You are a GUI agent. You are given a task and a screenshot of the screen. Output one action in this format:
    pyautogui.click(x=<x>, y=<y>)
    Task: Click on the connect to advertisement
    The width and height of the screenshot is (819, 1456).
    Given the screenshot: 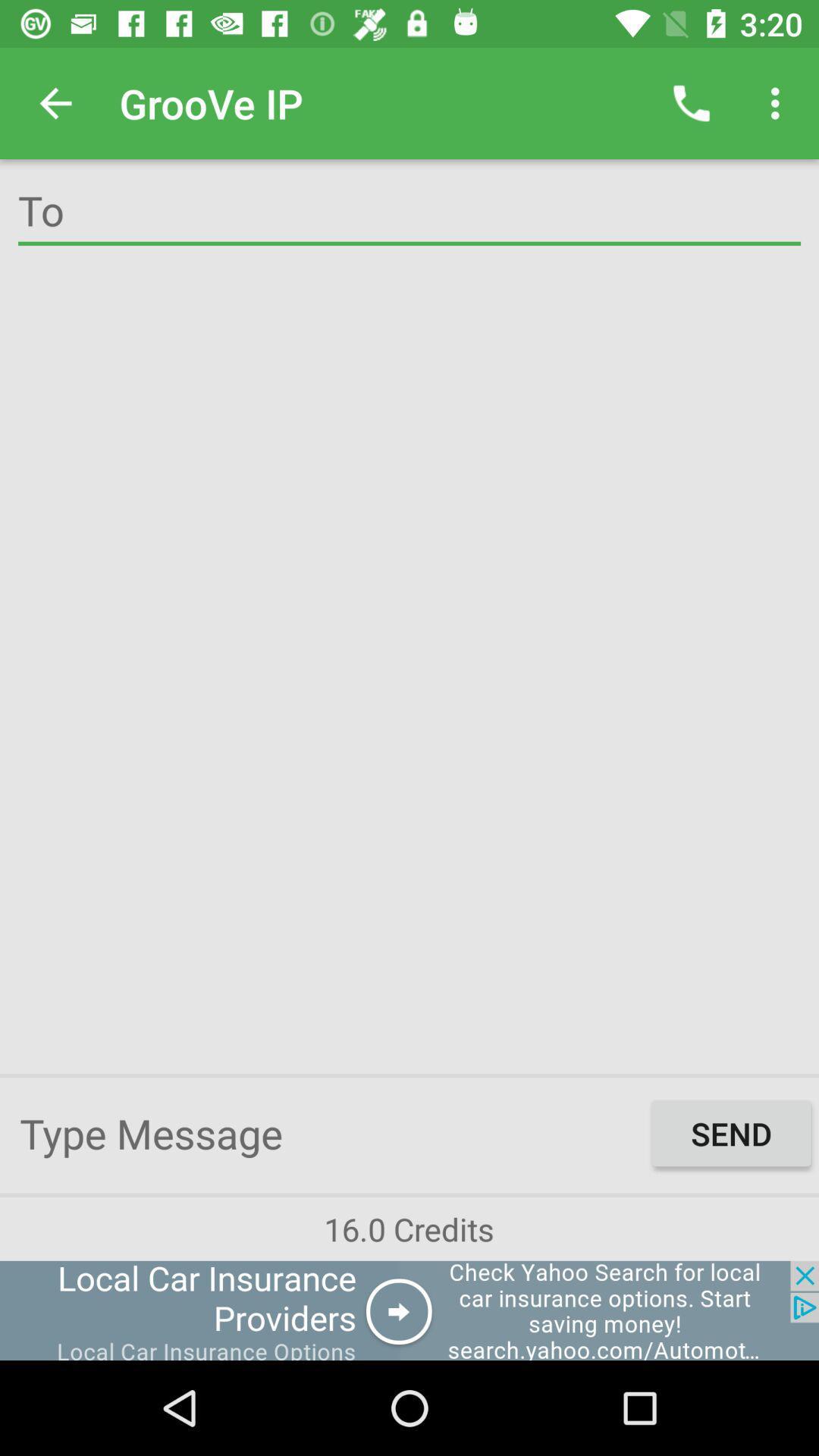 What is the action you would take?
    pyautogui.click(x=409, y=1310)
    